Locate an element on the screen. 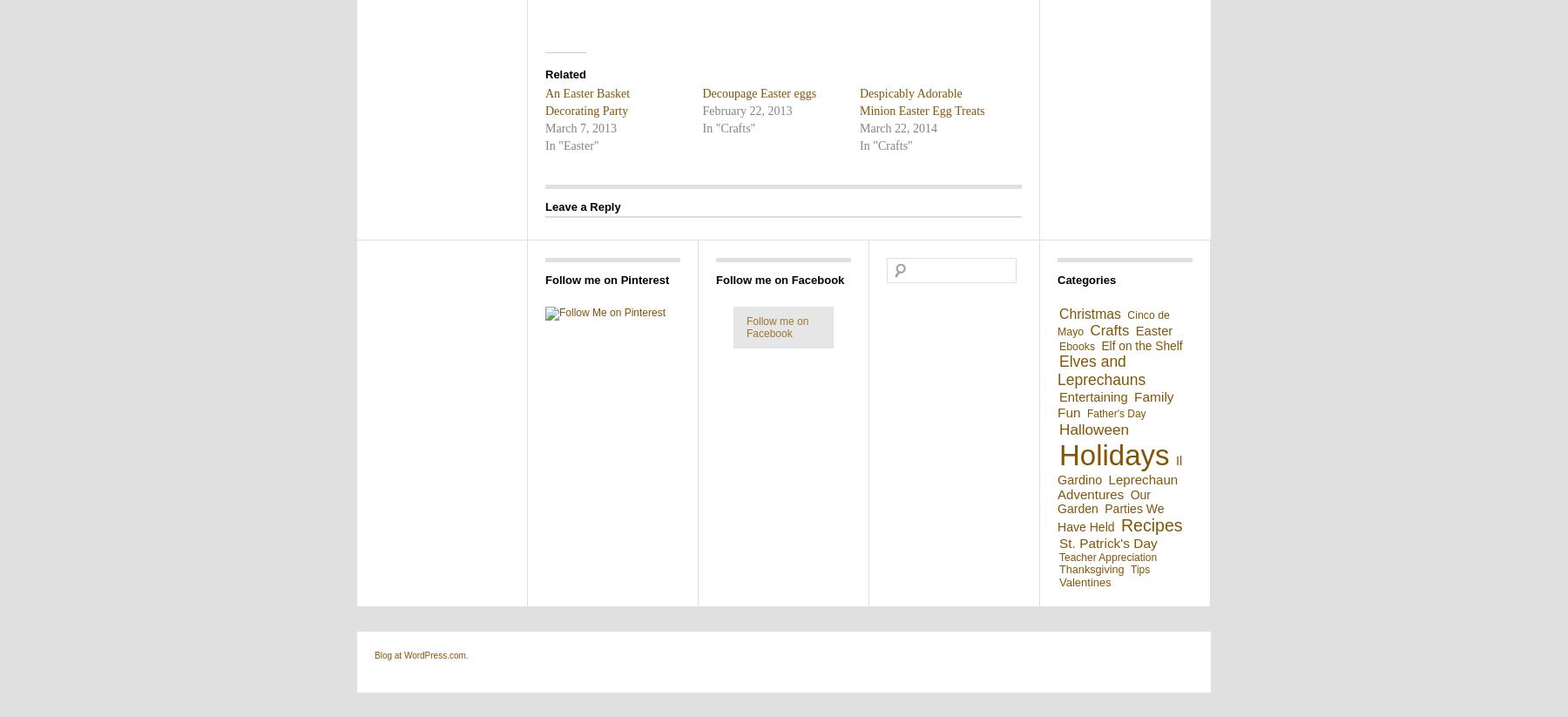 The width and height of the screenshot is (1568, 717). 'Cinco de Mayo' is located at coordinates (1113, 323).